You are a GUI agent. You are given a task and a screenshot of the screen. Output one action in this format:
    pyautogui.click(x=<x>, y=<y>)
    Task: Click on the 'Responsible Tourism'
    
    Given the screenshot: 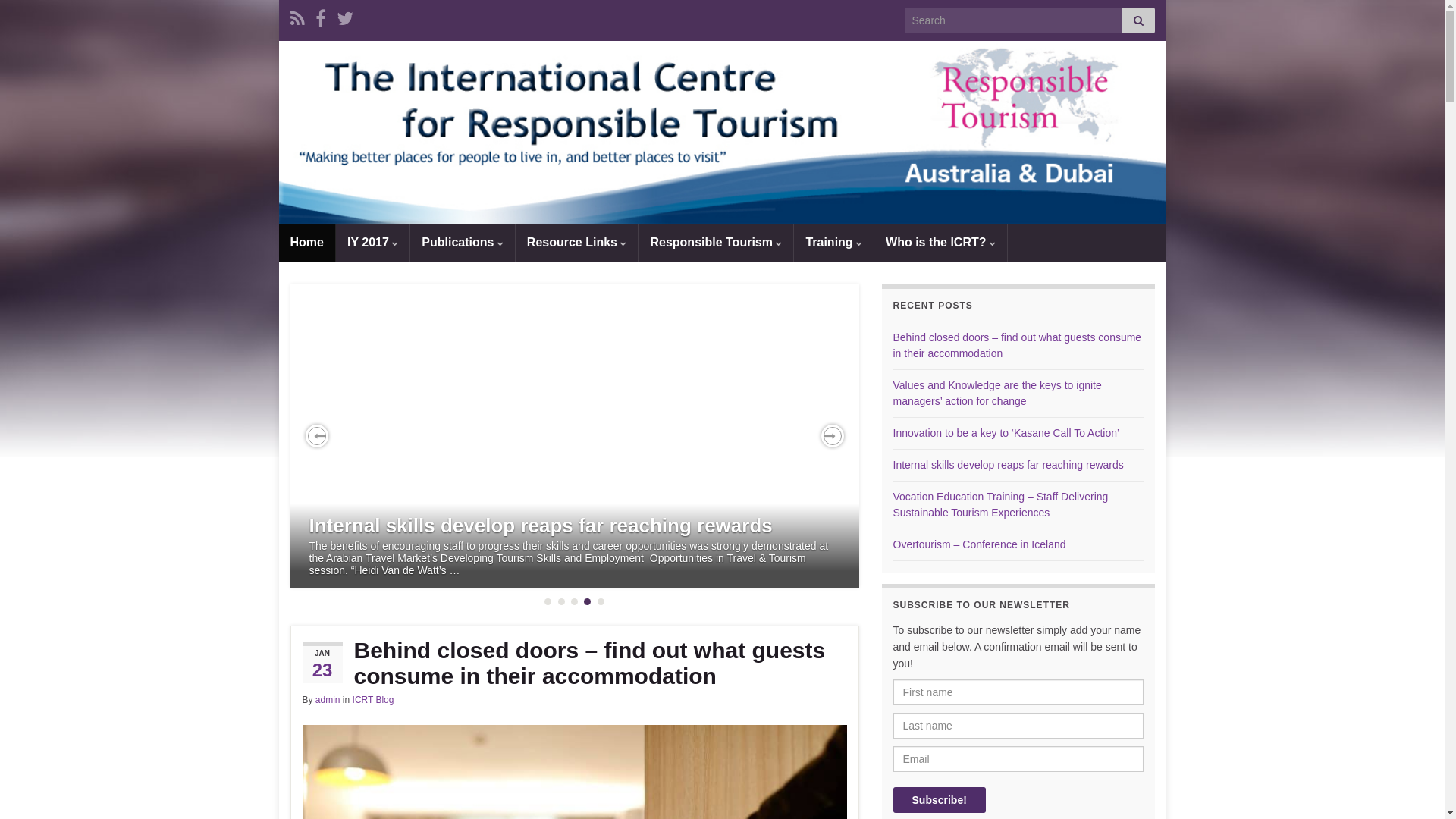 What is the action you would take?
    pyautogui.click(x=638, y=242)
    